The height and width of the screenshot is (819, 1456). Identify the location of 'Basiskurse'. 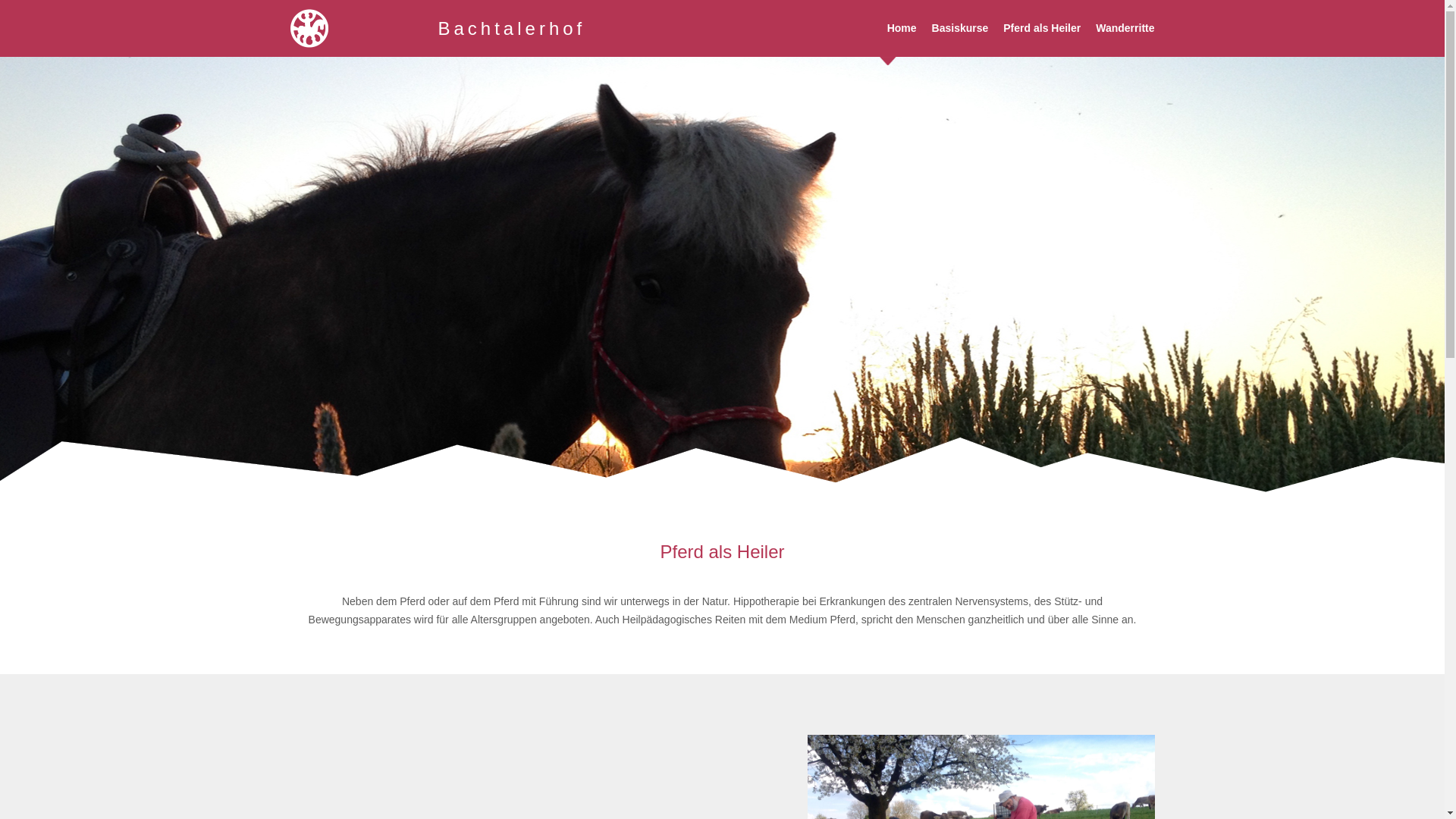
(959, 28).